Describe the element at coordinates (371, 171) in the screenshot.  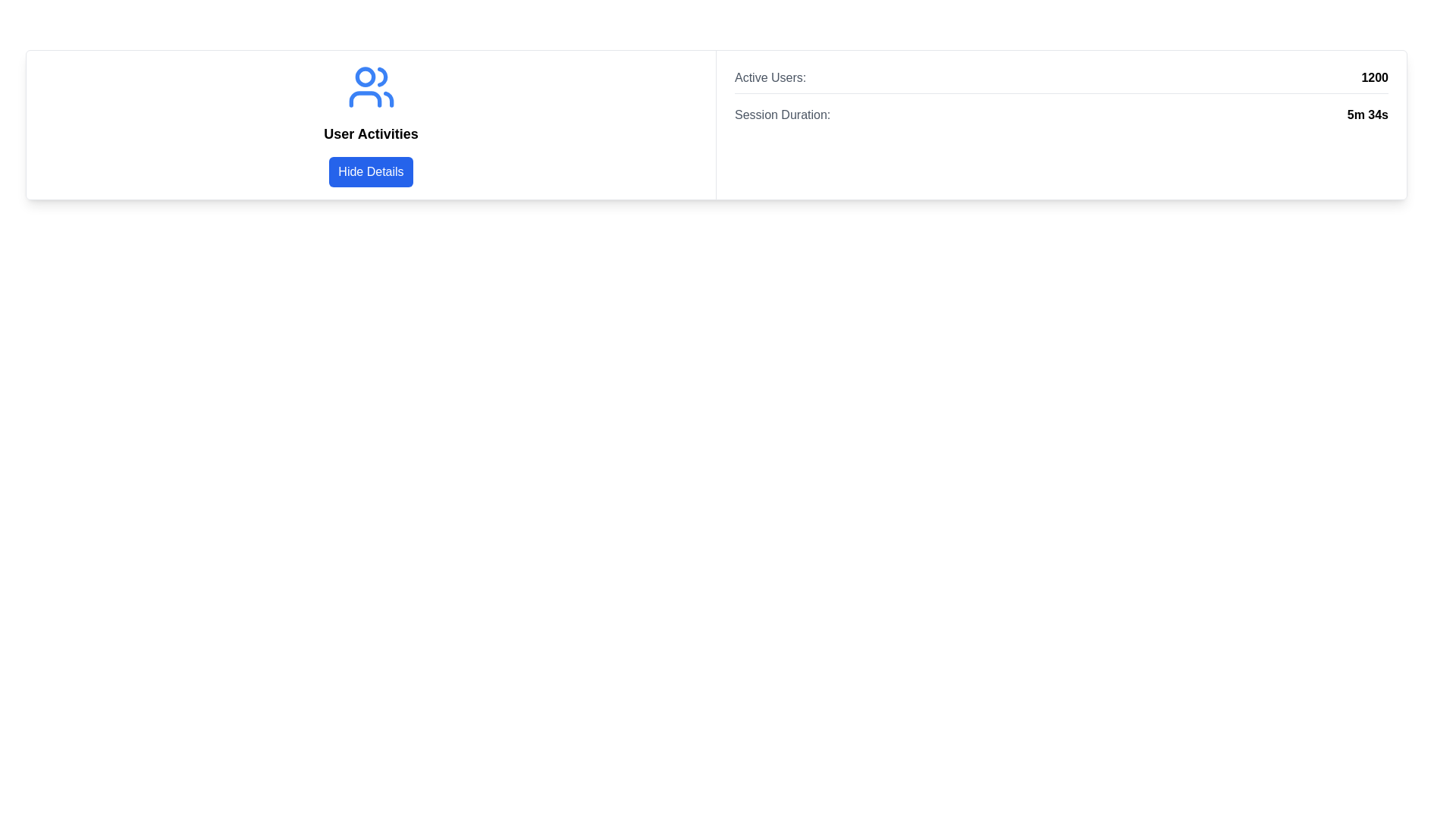
I see `the toggle button located directly beneath the 'User Activities' heading to hide additional details related to user activities` at that location.